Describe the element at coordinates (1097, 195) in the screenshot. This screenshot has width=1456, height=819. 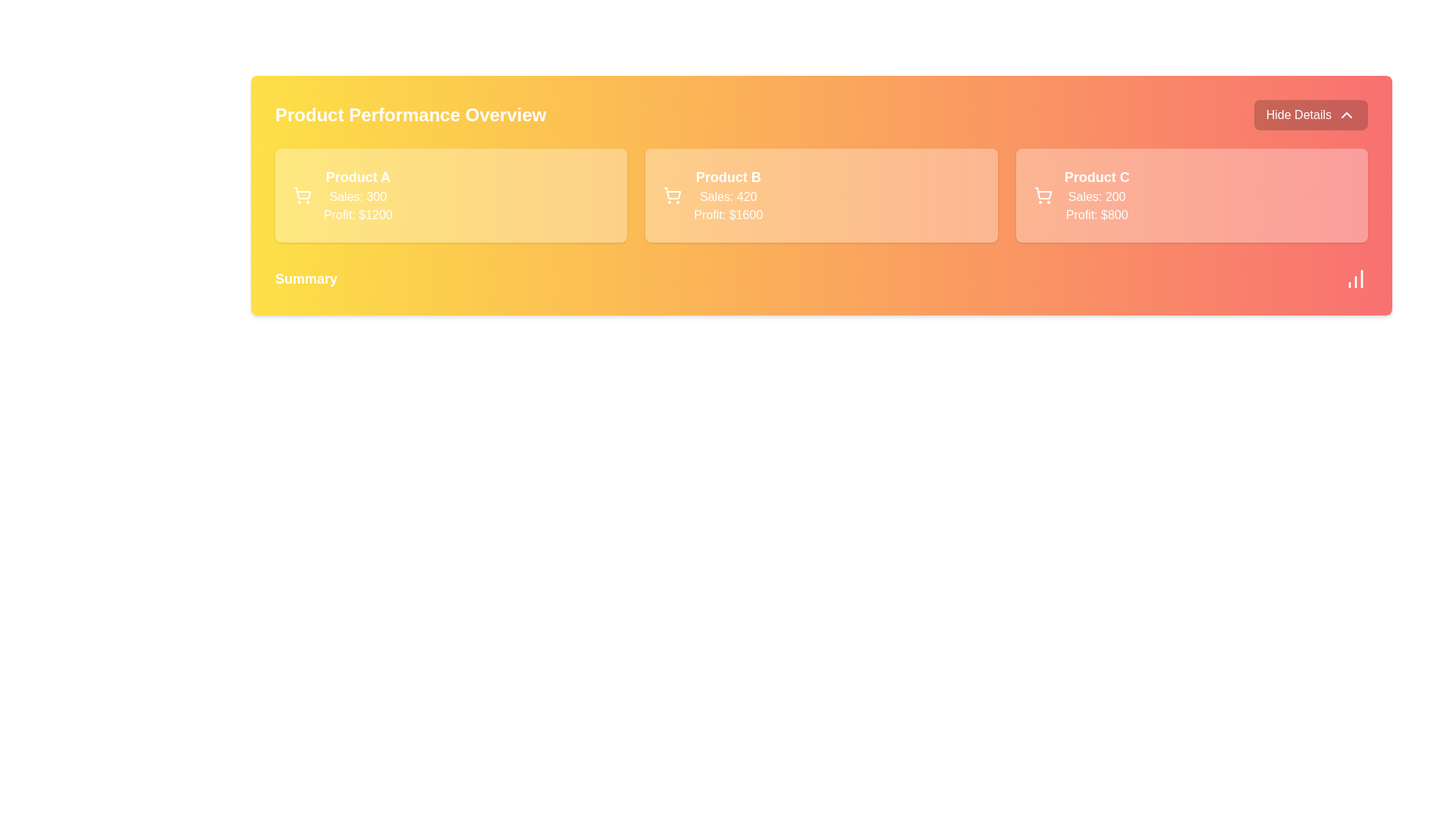
I see `the Informative card displaying information about 'Product C', which is the third card in a horizontal sequence, to potentially reveal further interactions` at that location.